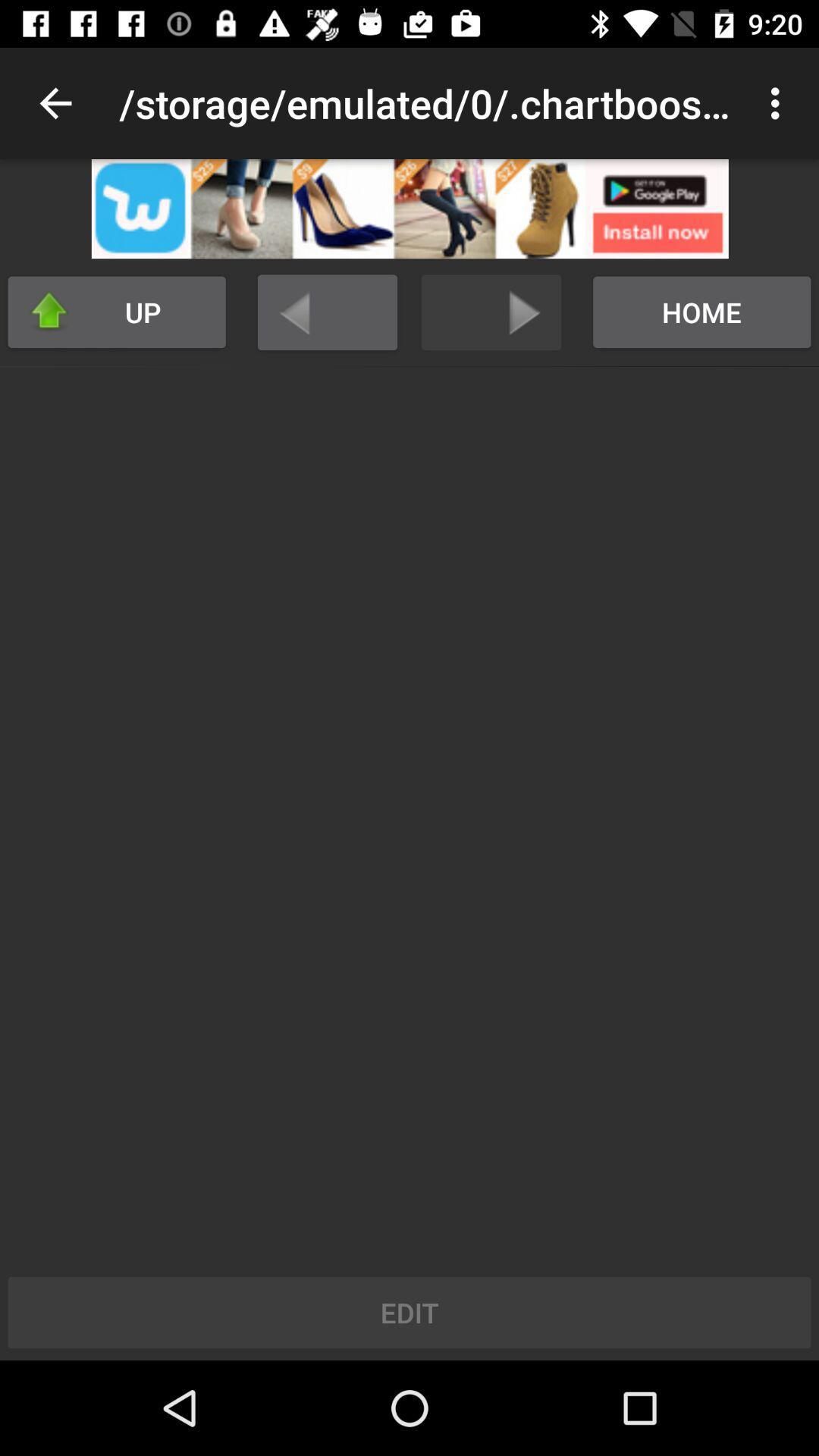 Image resolution: width=819 pixels, height=1456 pixels. Describe the element at coordinates (409, 208) in the screenshot. I see `advert pop up` at that location.